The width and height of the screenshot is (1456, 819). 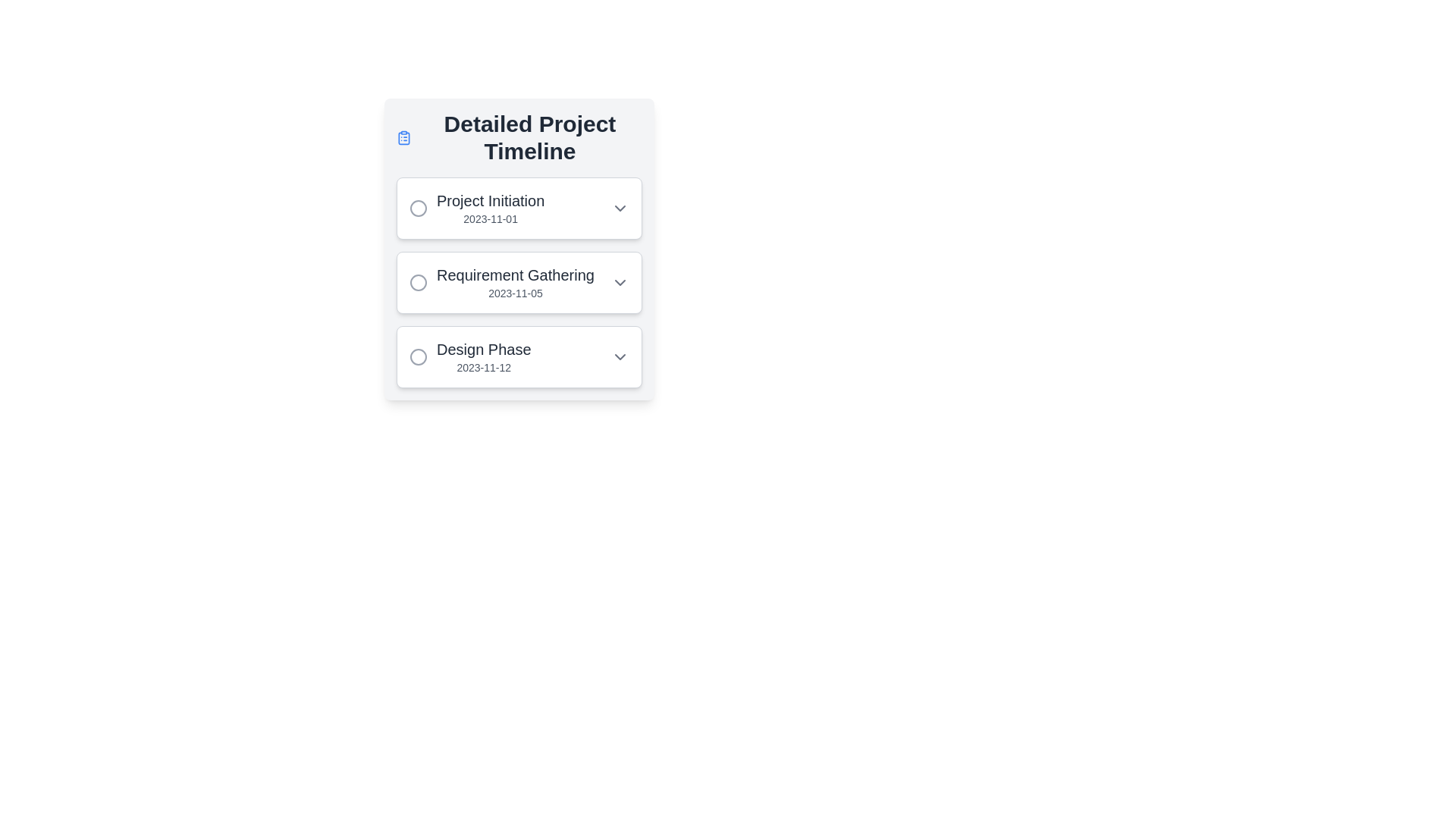 I want to click on displayed date from the Text Label located under the 'Project Initiation' label in the 'Detailed Project Timeline' interface, so click(x=491, y=219).